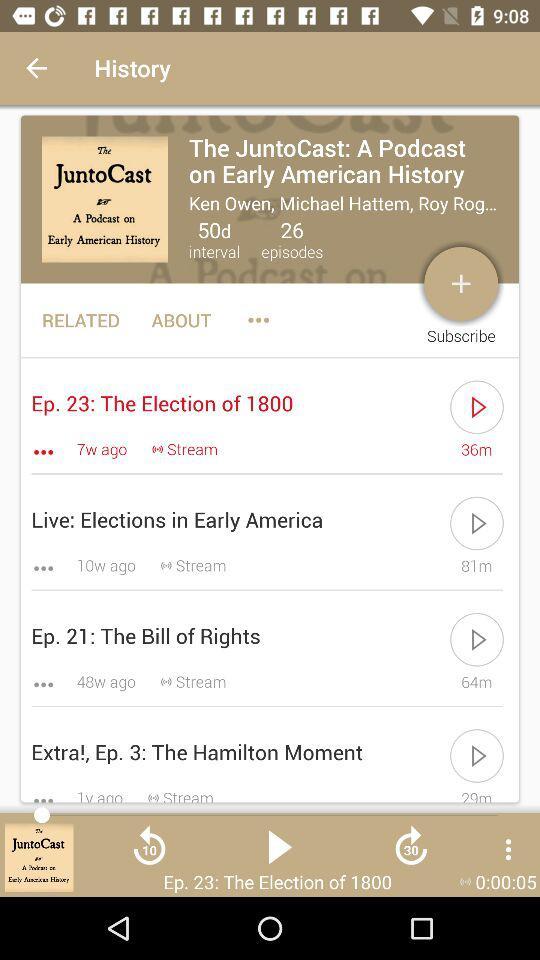 The height and width of the screenshot is (960, 540). I want to click on first option, so click(270, 199).